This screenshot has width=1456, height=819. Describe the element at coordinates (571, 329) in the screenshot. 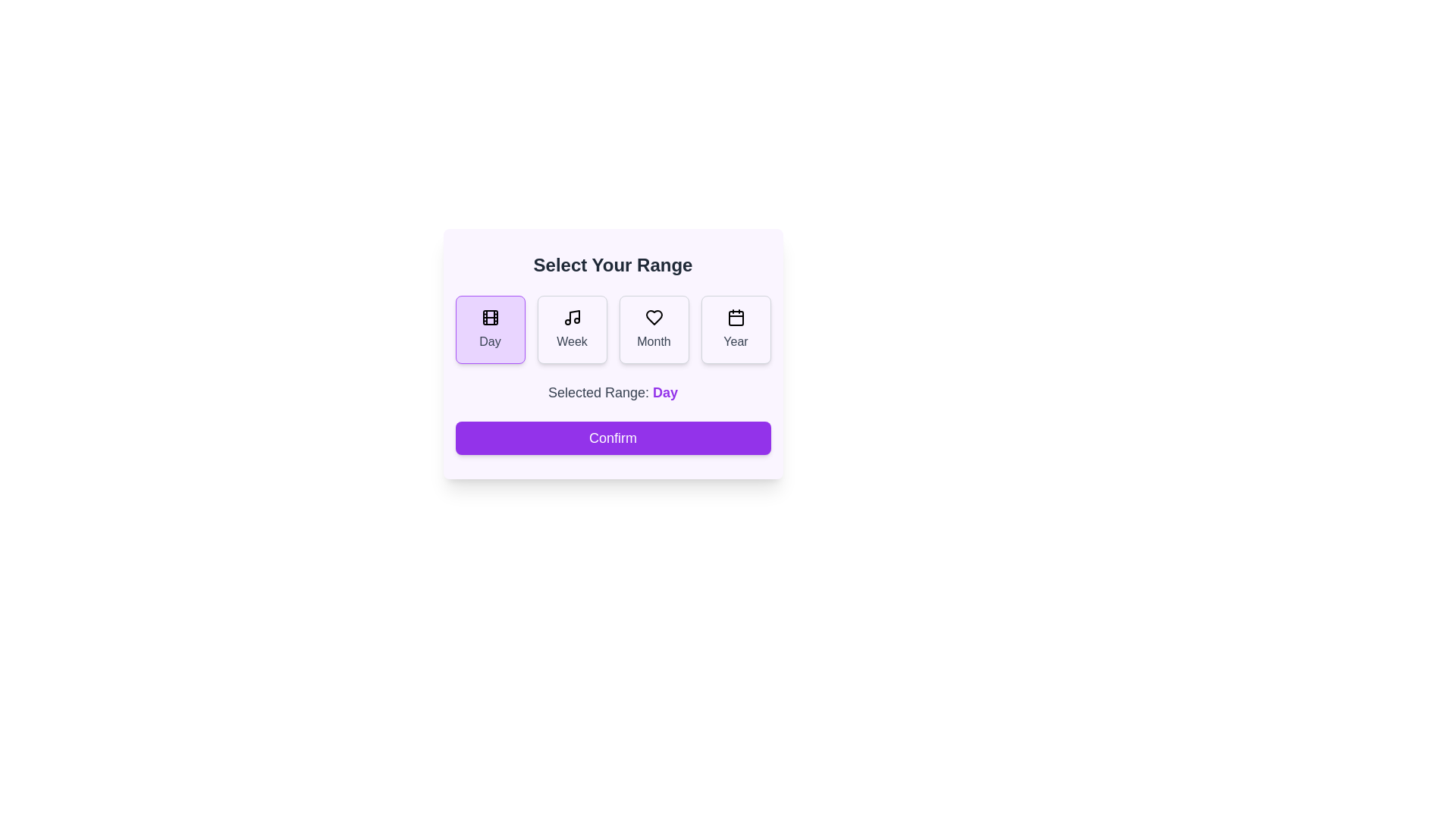

I see `the 'Week' button` at that location.